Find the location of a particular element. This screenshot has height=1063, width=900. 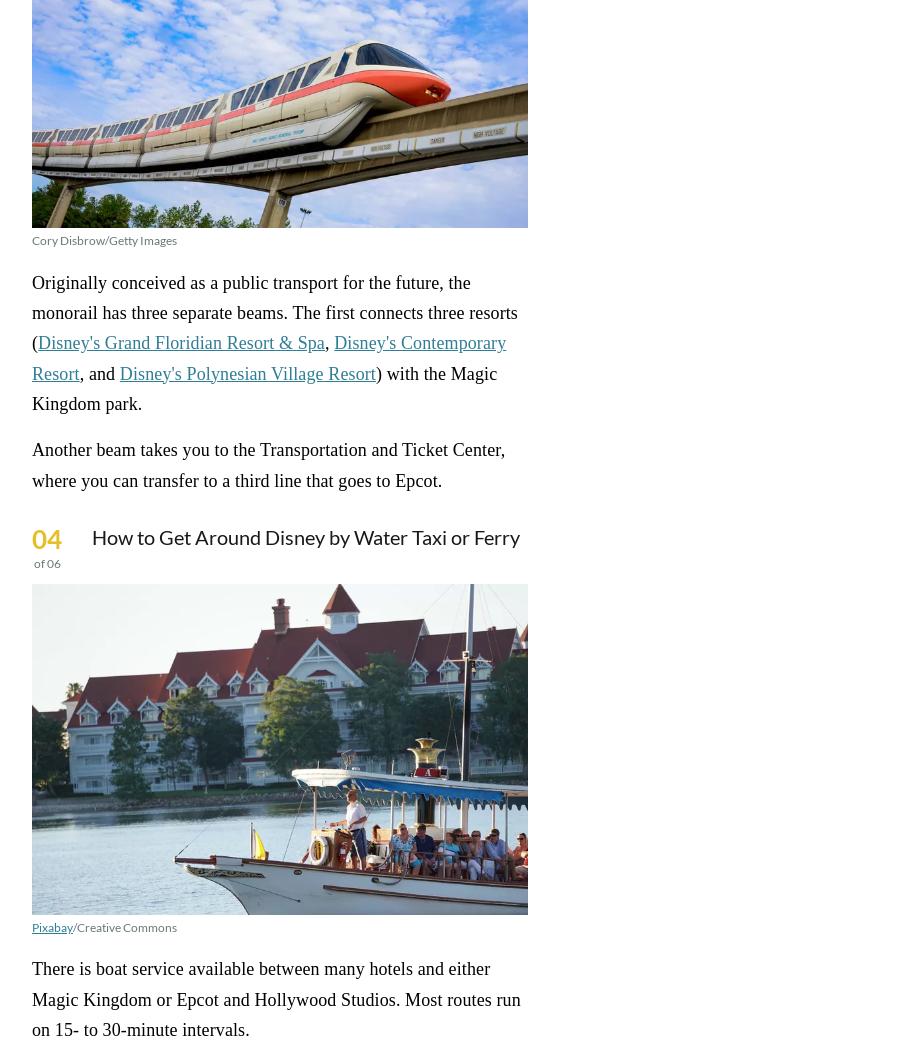

'Disney's Contemporary Resort' is located at coordinates (268, 358).